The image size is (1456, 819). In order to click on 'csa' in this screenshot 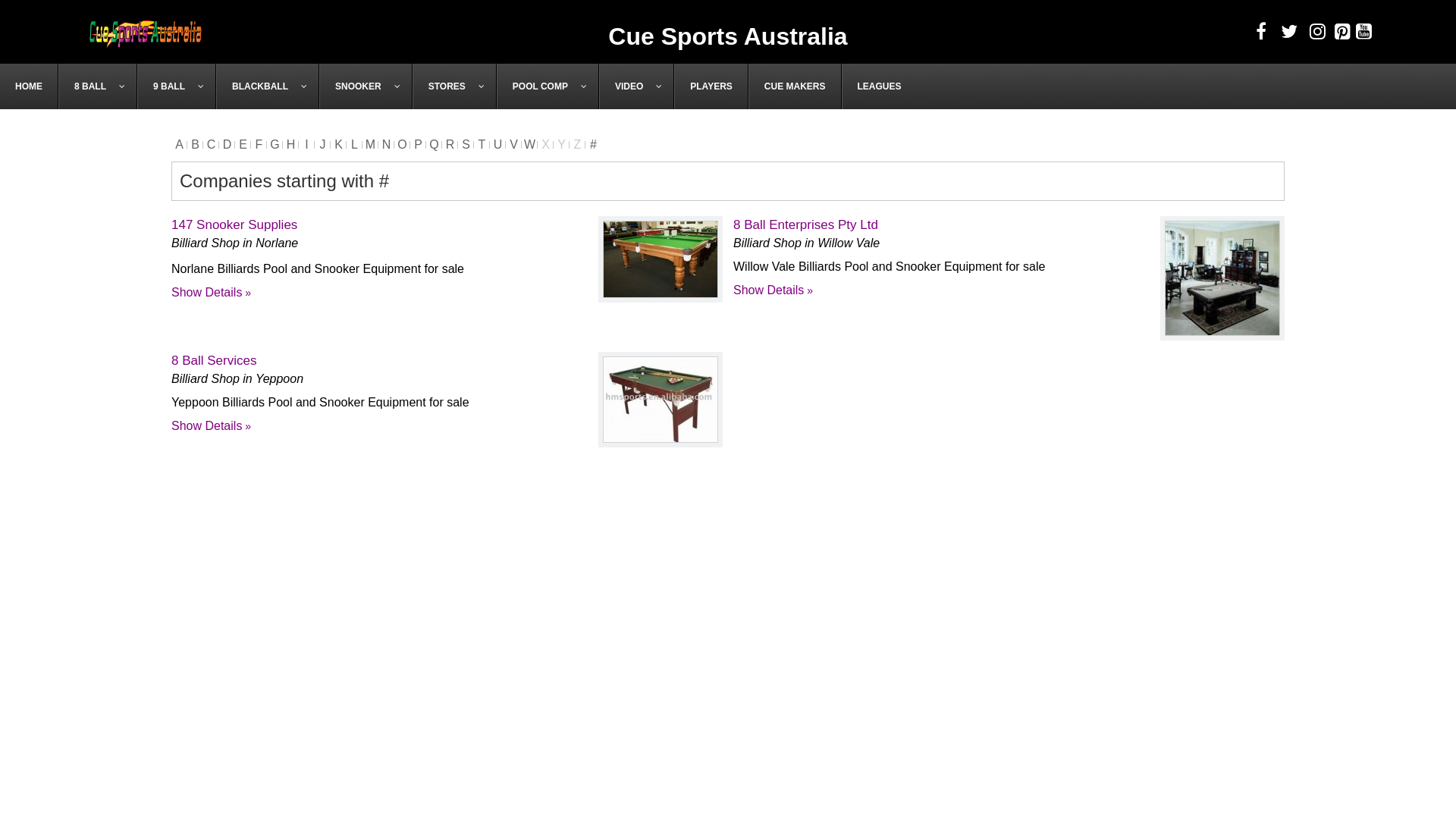, I will do `click(146, 32)`.